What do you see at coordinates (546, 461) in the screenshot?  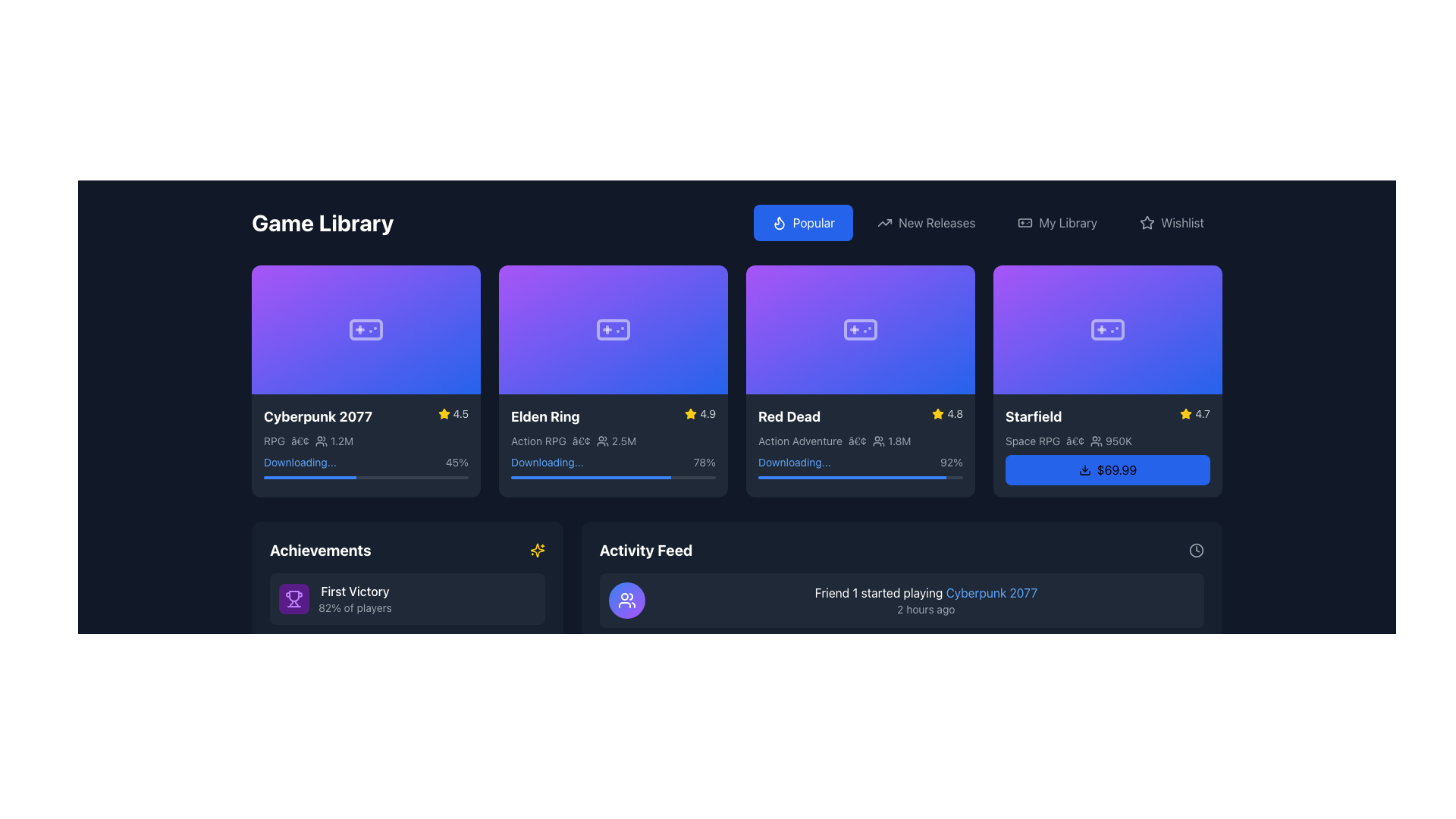 I see `the text label displaying 'Downloading...' within the 'Elden Ring' game card` at bounding box center [546, 461].